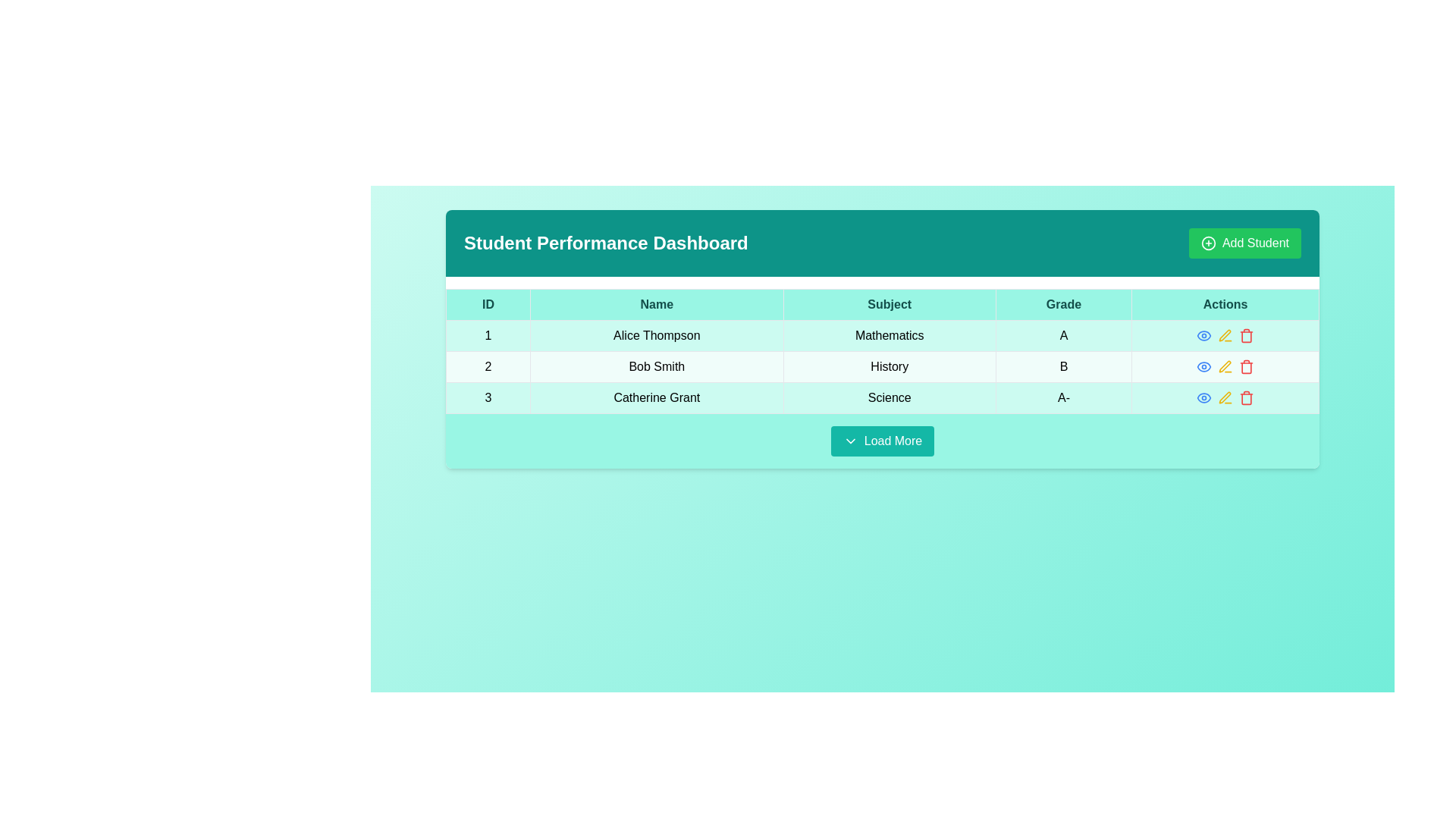  What do you see at coordinates (1207, 242) in the screenshot?
I see `the decorative icon located within the 'Add Student' button, positioned towards the left edge of its text label` at bounding box center [1207, 242].